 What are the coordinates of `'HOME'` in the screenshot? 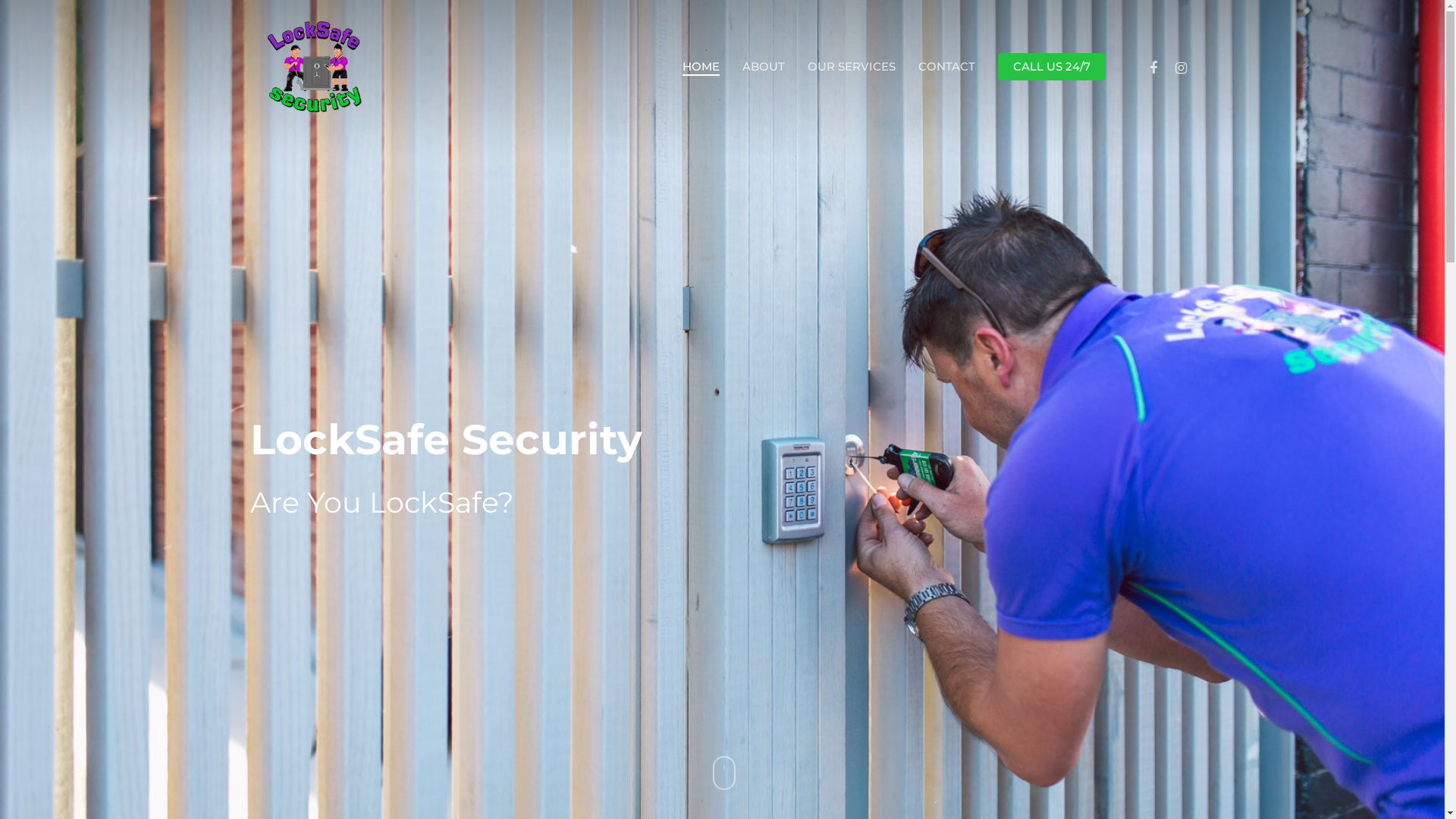 It's located at (700, 66).